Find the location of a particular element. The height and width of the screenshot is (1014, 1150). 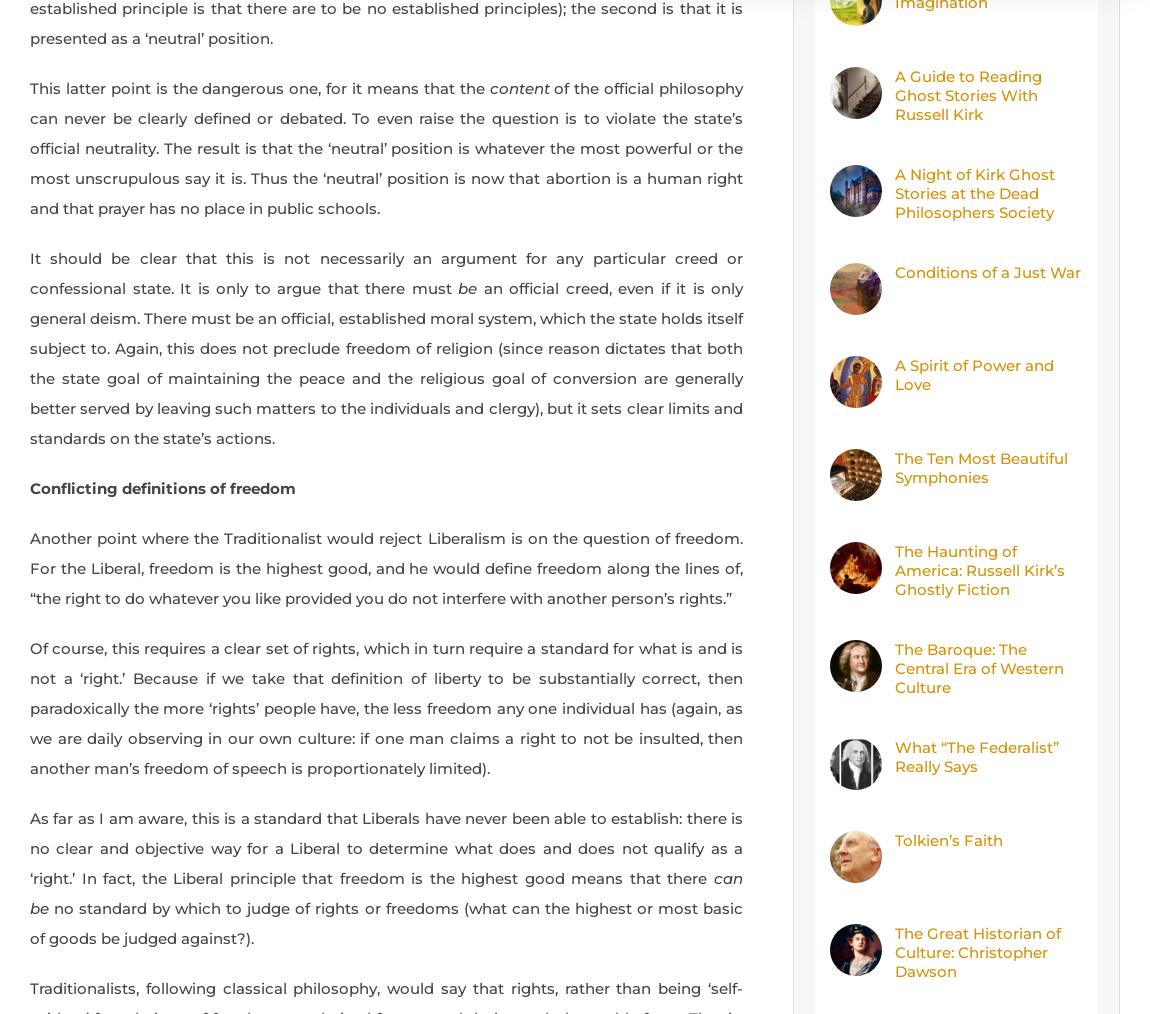

'A Guide to Reading Ghost Stories With Russell Kirk' is located at coordinates (968, 95).